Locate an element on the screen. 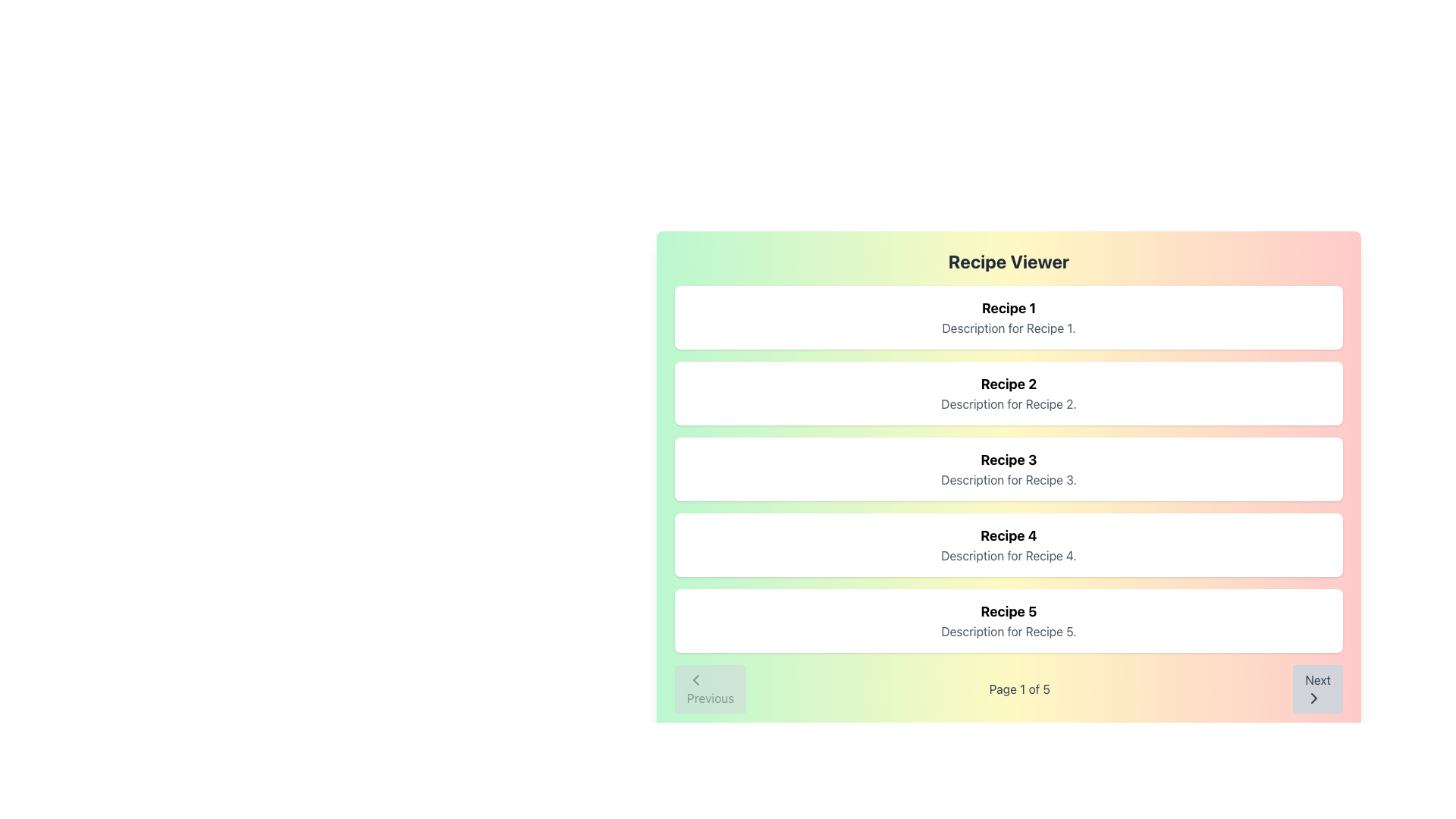 Image resolution: width=1456 pixels, height=819 pixels. the non-interactive text label that provides additional information about 'Recipe 2', which is located centered below the title within the second rectangular card is located at coordinates (1009, 403).